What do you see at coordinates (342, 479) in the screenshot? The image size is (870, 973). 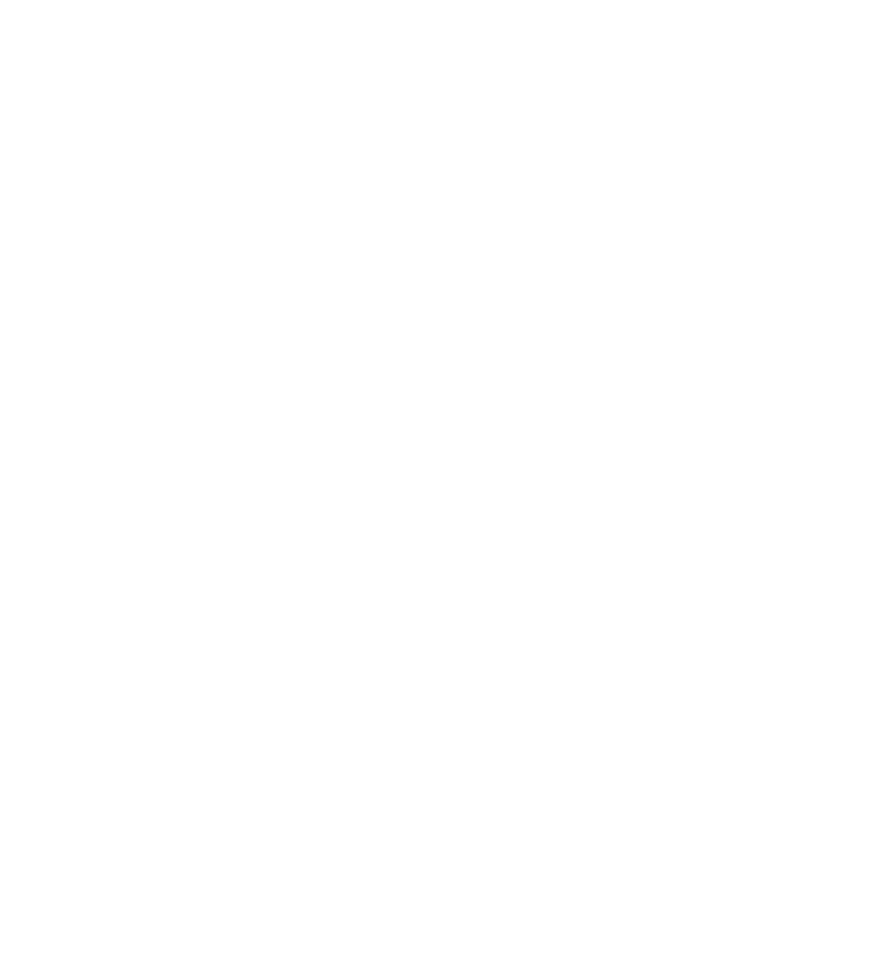 I see `'Genelec UNIO and 8381A Make U.S. Debuts at AES'` at bounding box center [342, 479].